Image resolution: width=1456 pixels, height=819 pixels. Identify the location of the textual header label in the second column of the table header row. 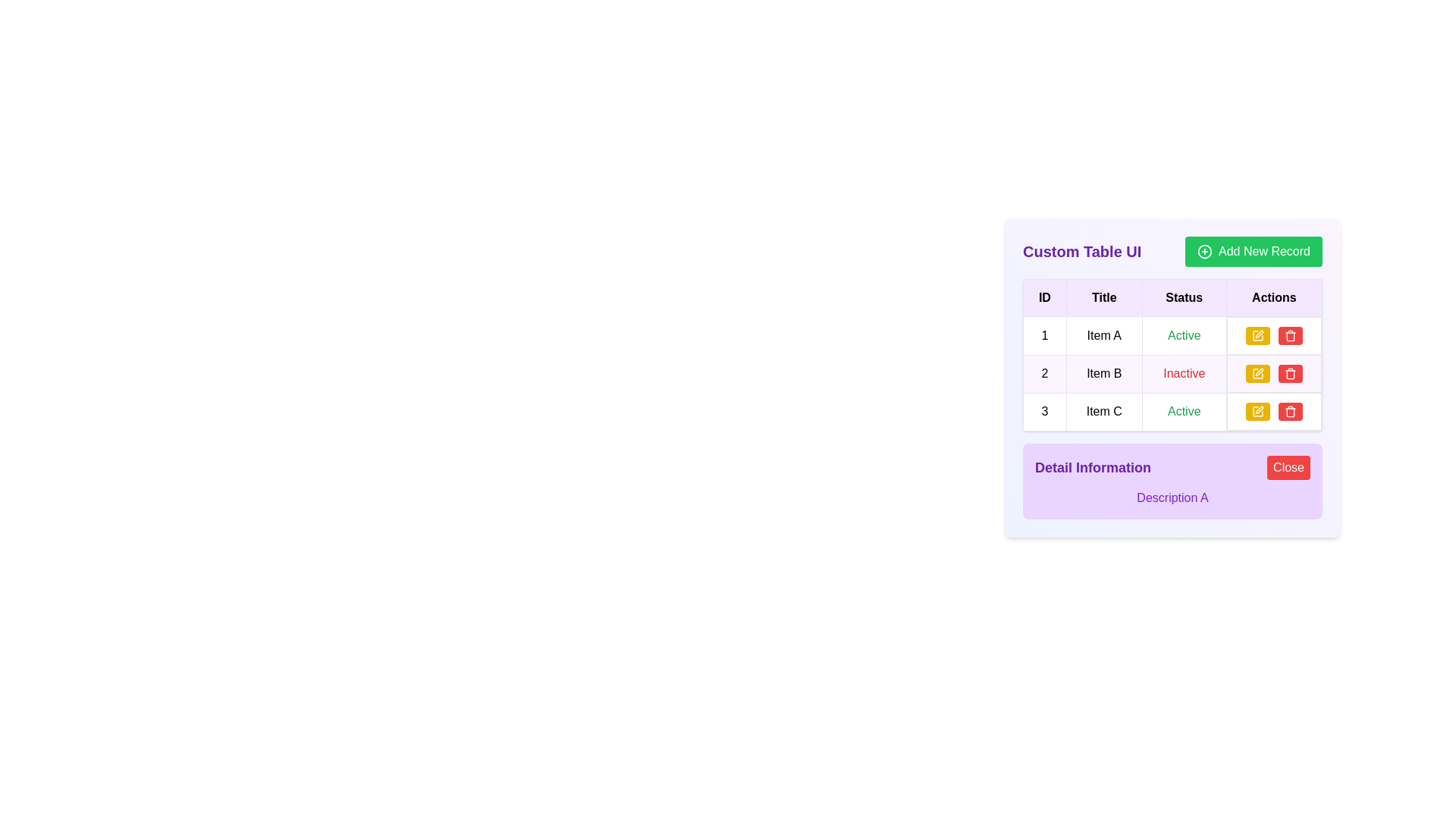
(1104, 298).